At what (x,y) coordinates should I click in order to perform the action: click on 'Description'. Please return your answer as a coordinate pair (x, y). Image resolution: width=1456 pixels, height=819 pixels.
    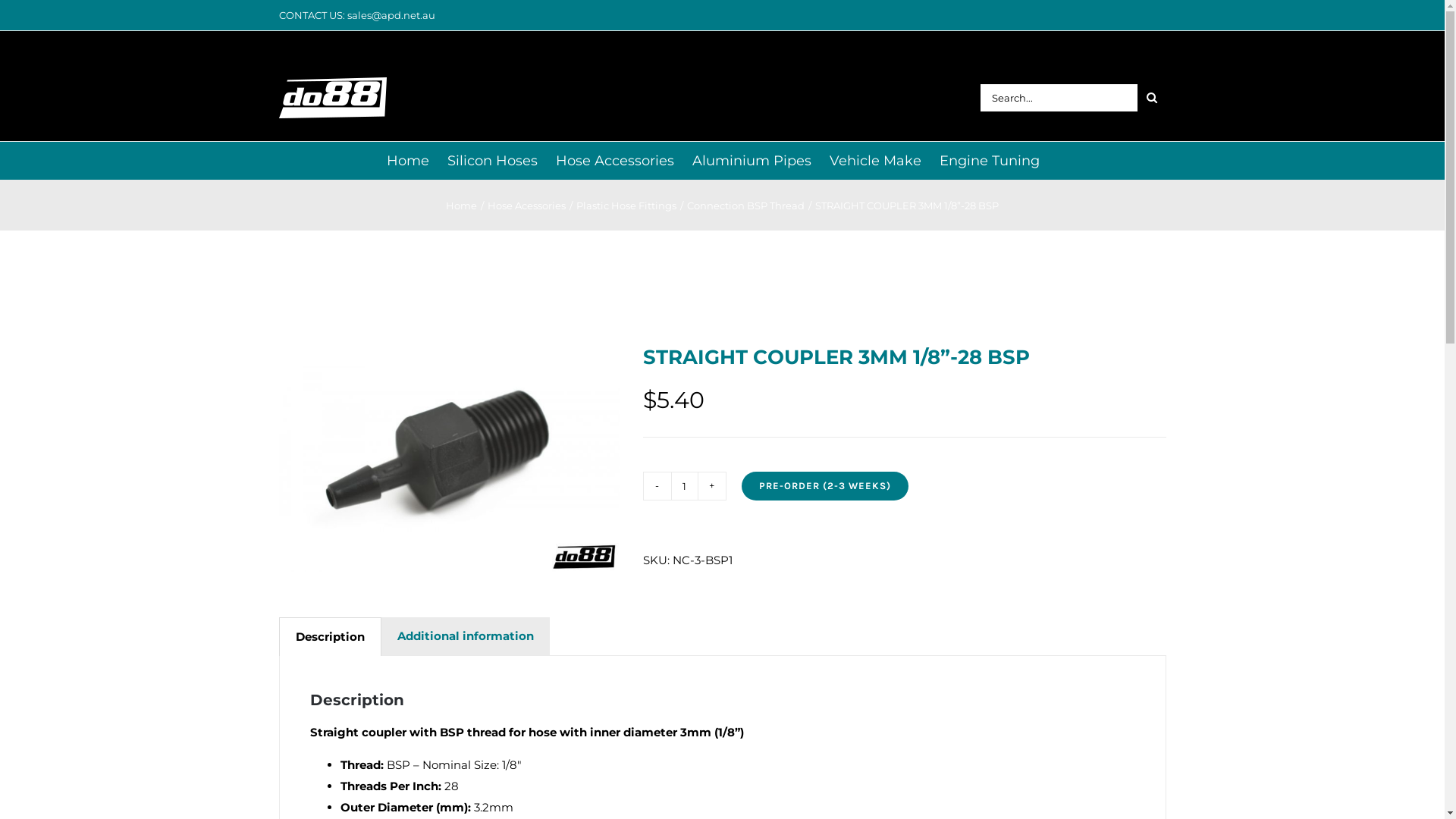
    Looking at the image, I should click on (328, 637).